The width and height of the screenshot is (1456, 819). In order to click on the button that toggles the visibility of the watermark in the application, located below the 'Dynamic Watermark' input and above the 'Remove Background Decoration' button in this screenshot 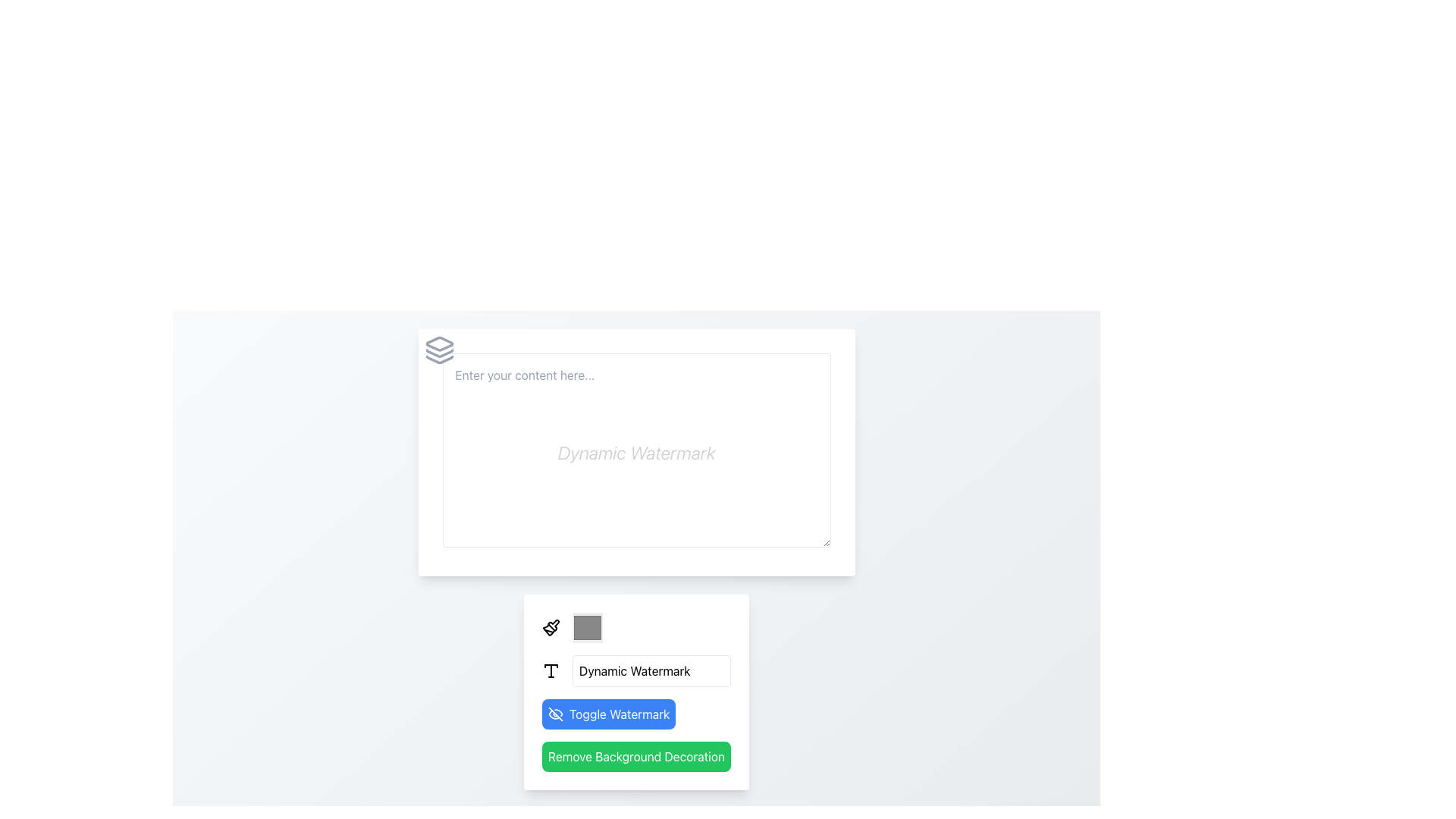, I will do `click(609, 714)`.